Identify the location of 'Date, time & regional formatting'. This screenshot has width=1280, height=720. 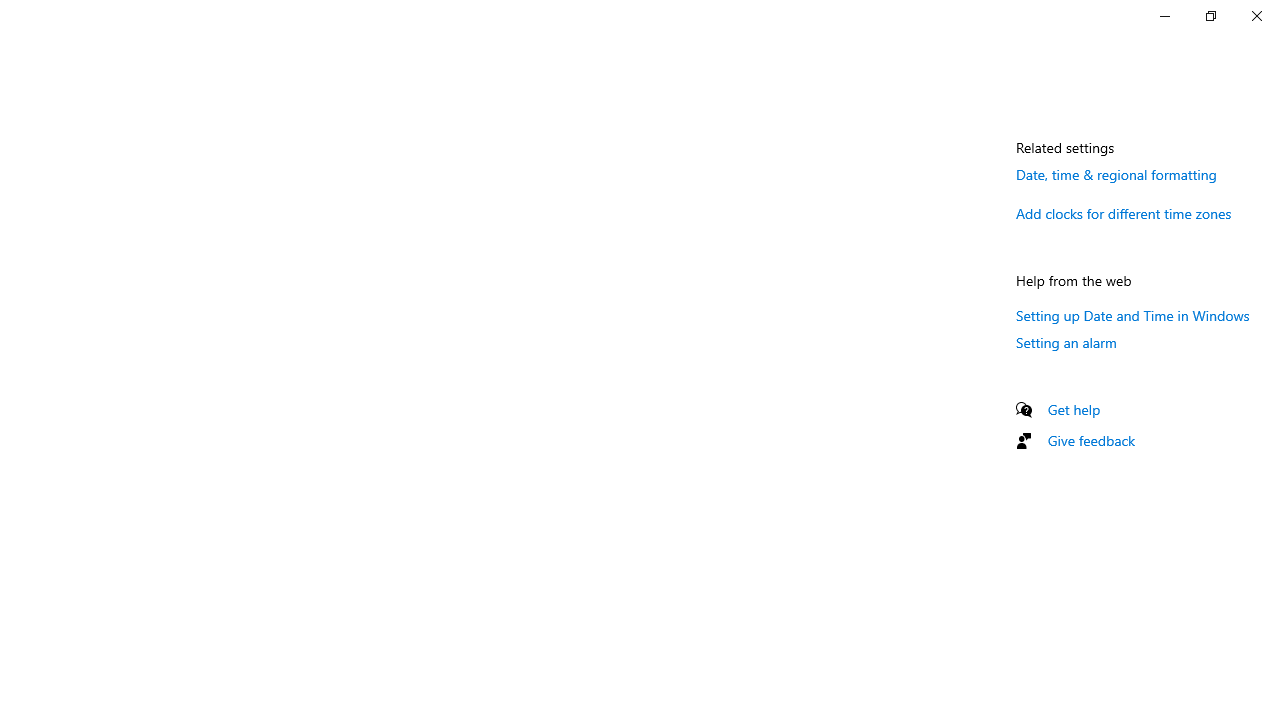
(1115, 173).